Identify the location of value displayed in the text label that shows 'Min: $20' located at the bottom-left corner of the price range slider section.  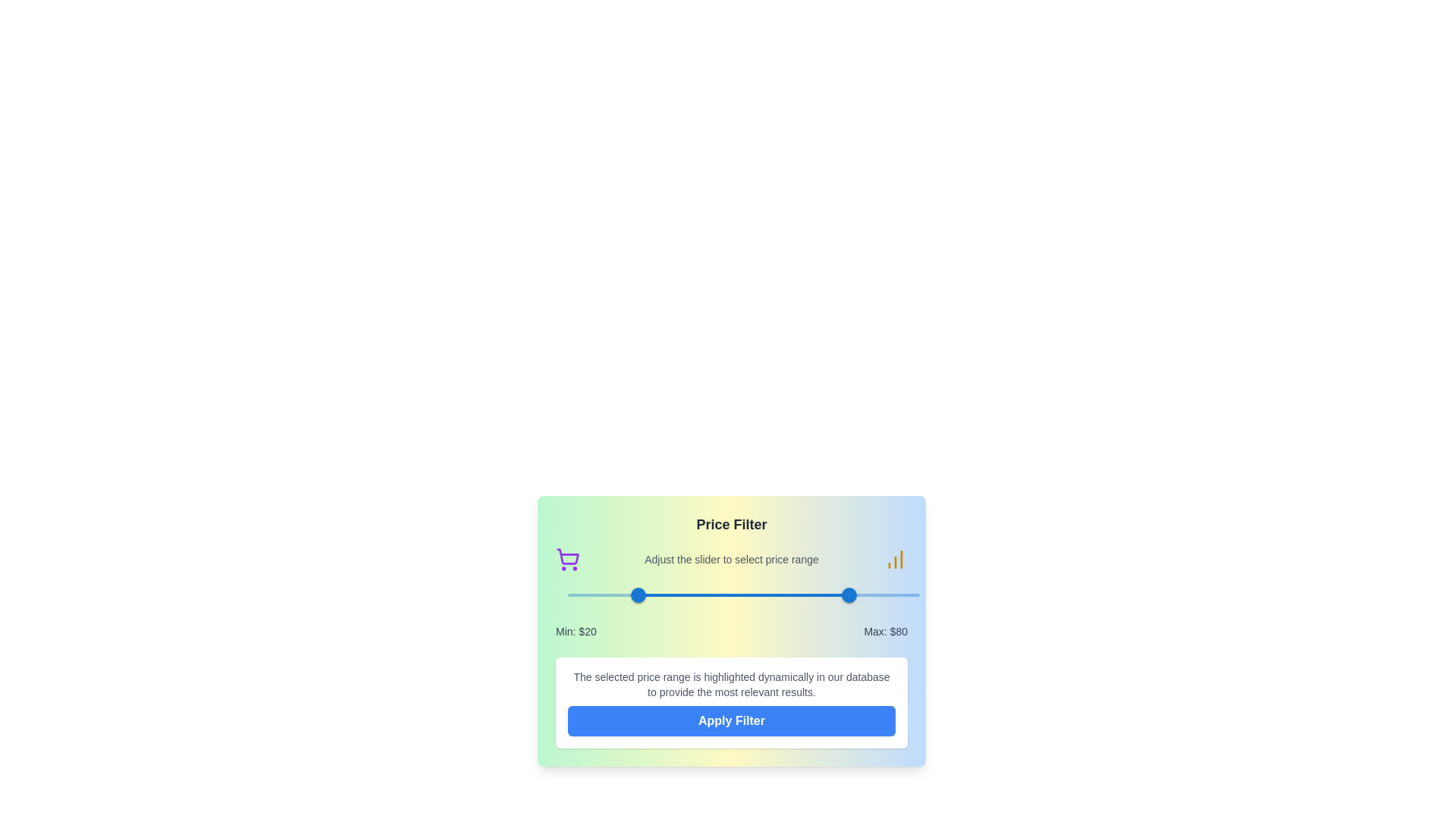
(575, 632).